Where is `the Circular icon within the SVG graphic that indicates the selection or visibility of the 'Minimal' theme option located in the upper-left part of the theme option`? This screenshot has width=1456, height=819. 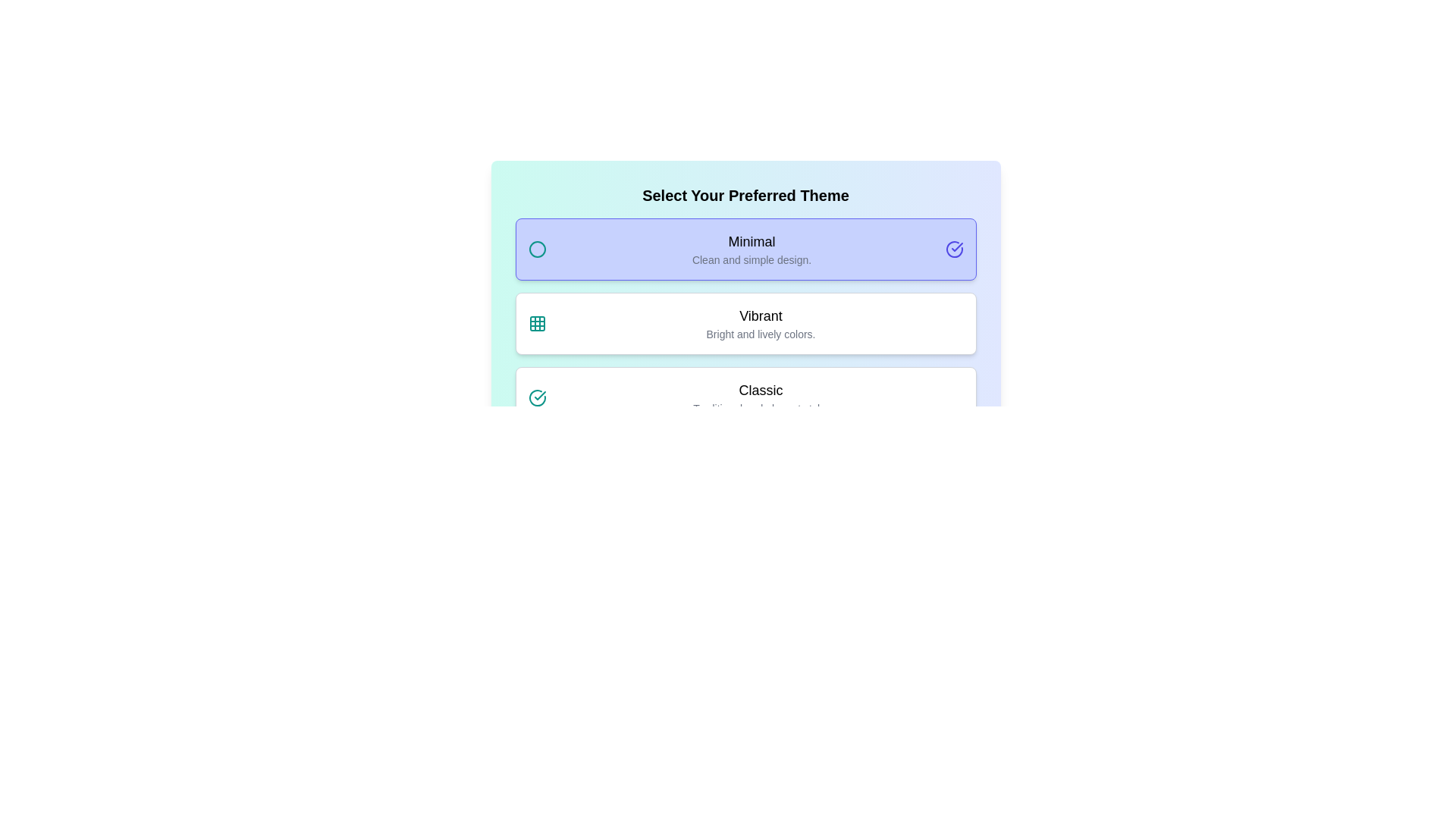
the Circular icon within the SVG graphic that indicates the selection or visibility of the 'Minimal' theme option located in the upper-left part of the theme option is located at coordinates (537, 248).